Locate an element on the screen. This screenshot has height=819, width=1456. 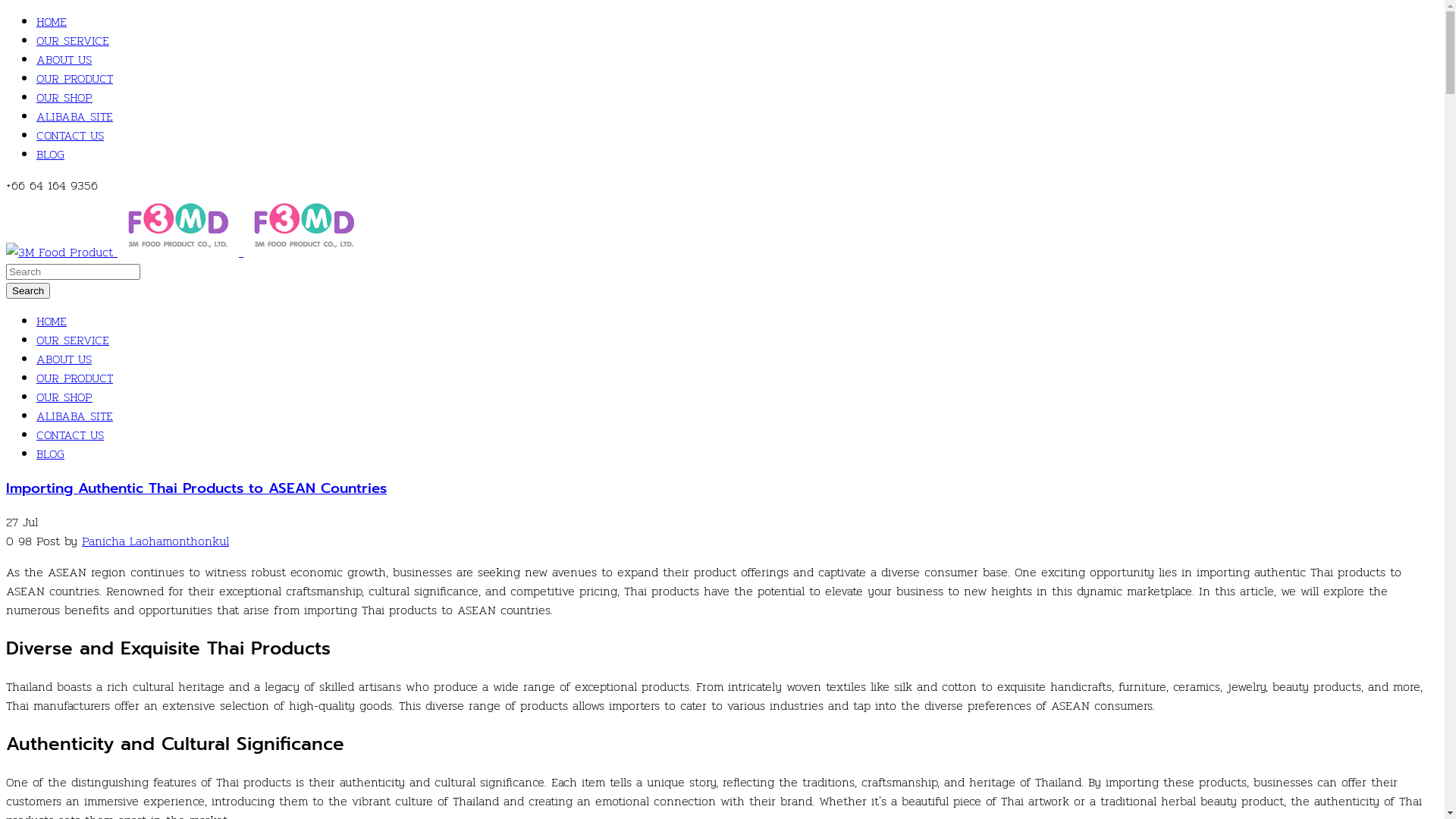
'HOME' is located at coordinates (51, 320).